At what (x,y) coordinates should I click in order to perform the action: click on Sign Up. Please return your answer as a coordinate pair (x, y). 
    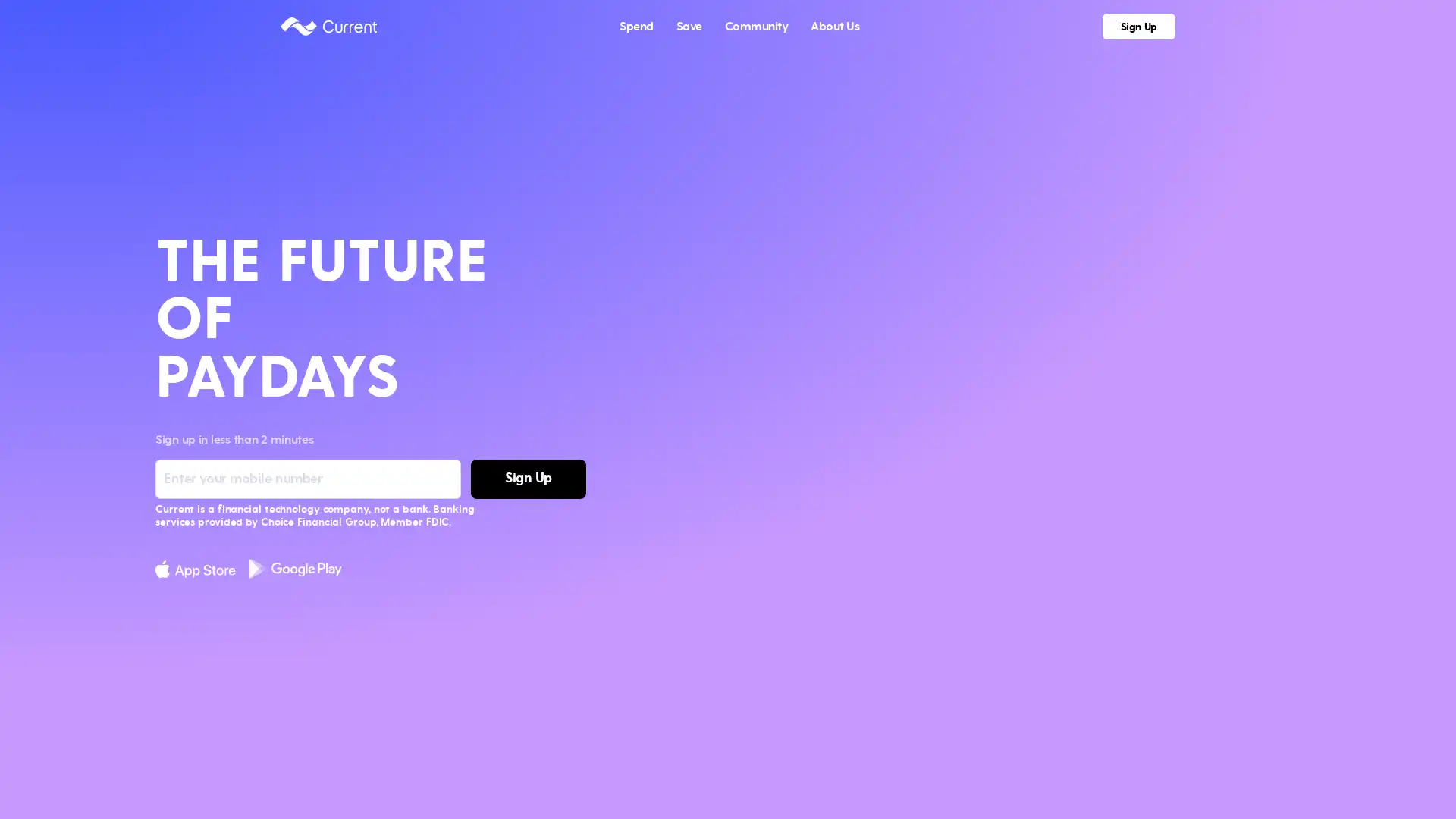
    Looking at the image, I should click on (528, 479).